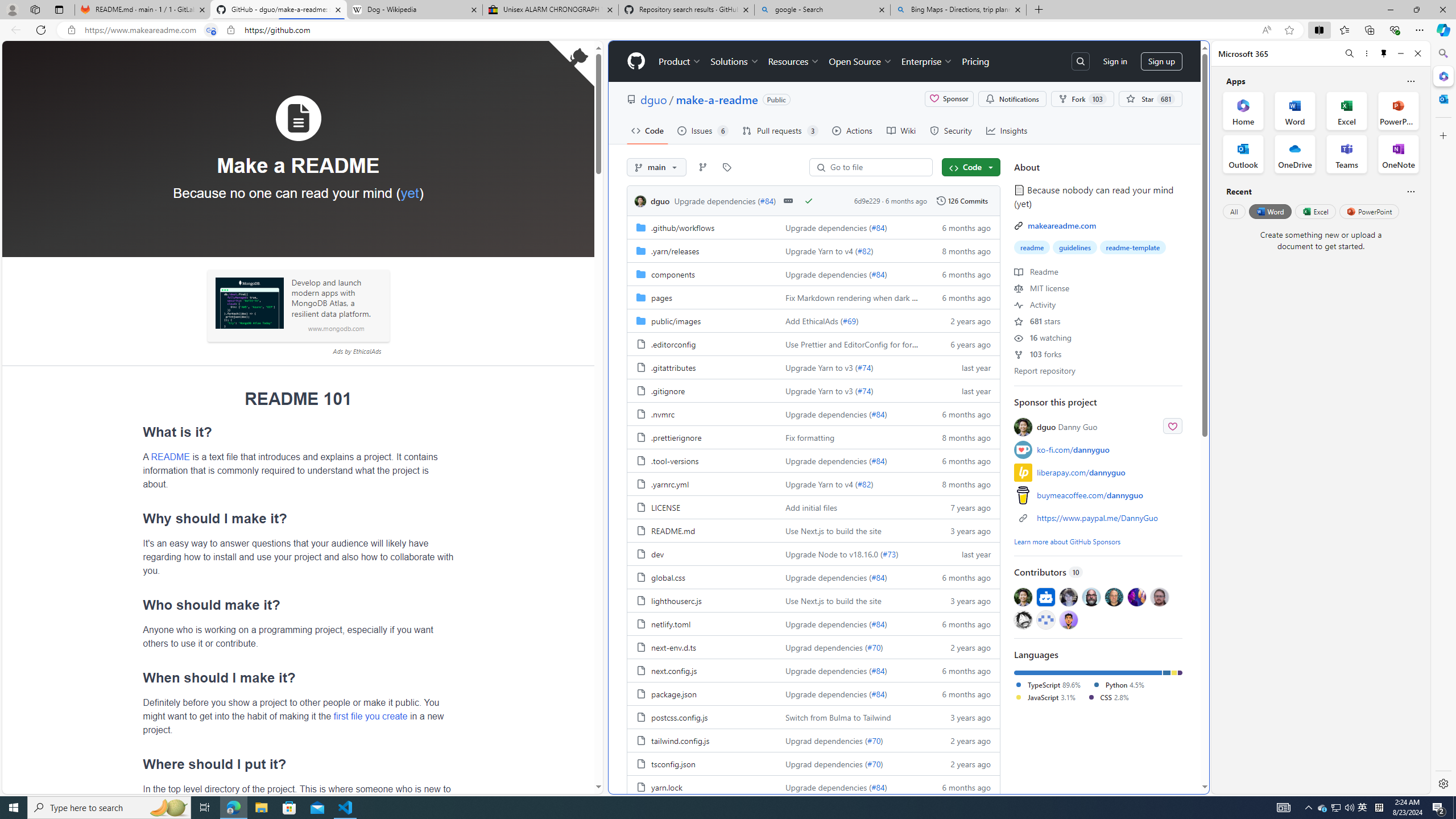 The width and height of the screenshot is (1456, 819). I want to click on 'Word', so click(1269, 211).